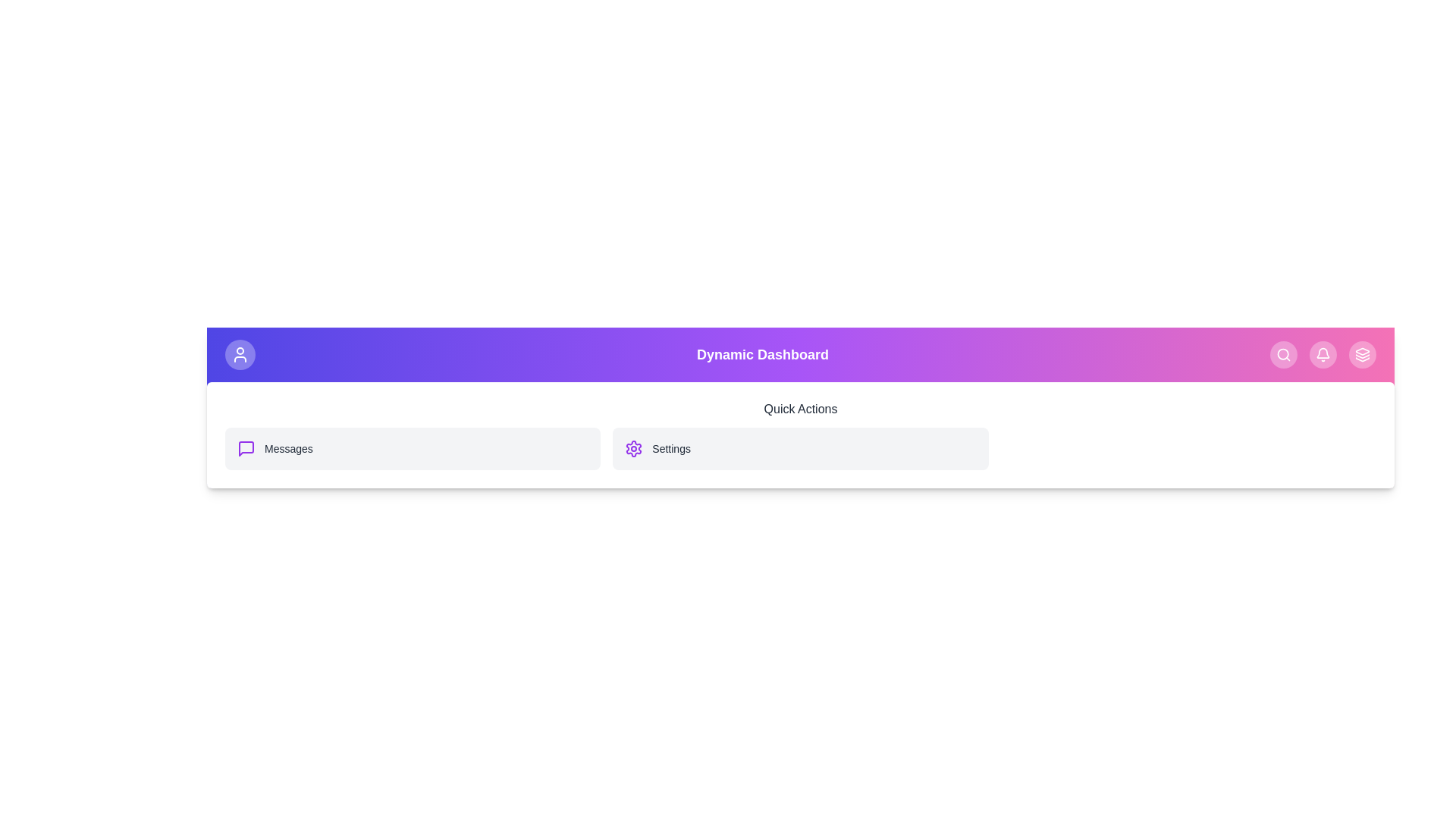 The height and width of the screenshot is (819, 1456). I want to click on the bell icon in the top right corner, so click(1323, 354).